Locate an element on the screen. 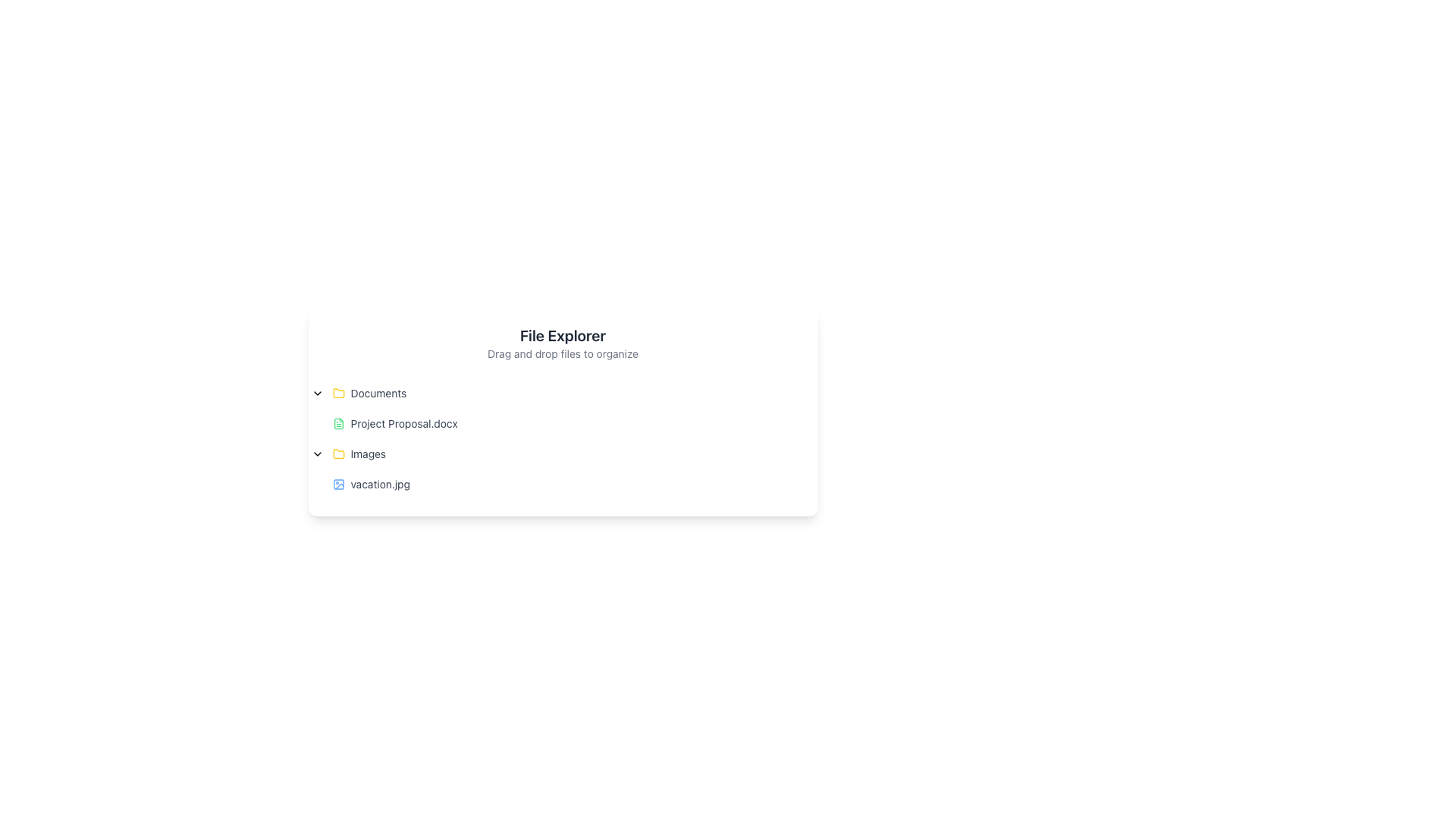 Image resolution: width=1456 pixels, height=819 pixels. the prominent heading element displaying 'File Explorer' in bold, large-sized dark gray font is located at coordinates (562, 335).